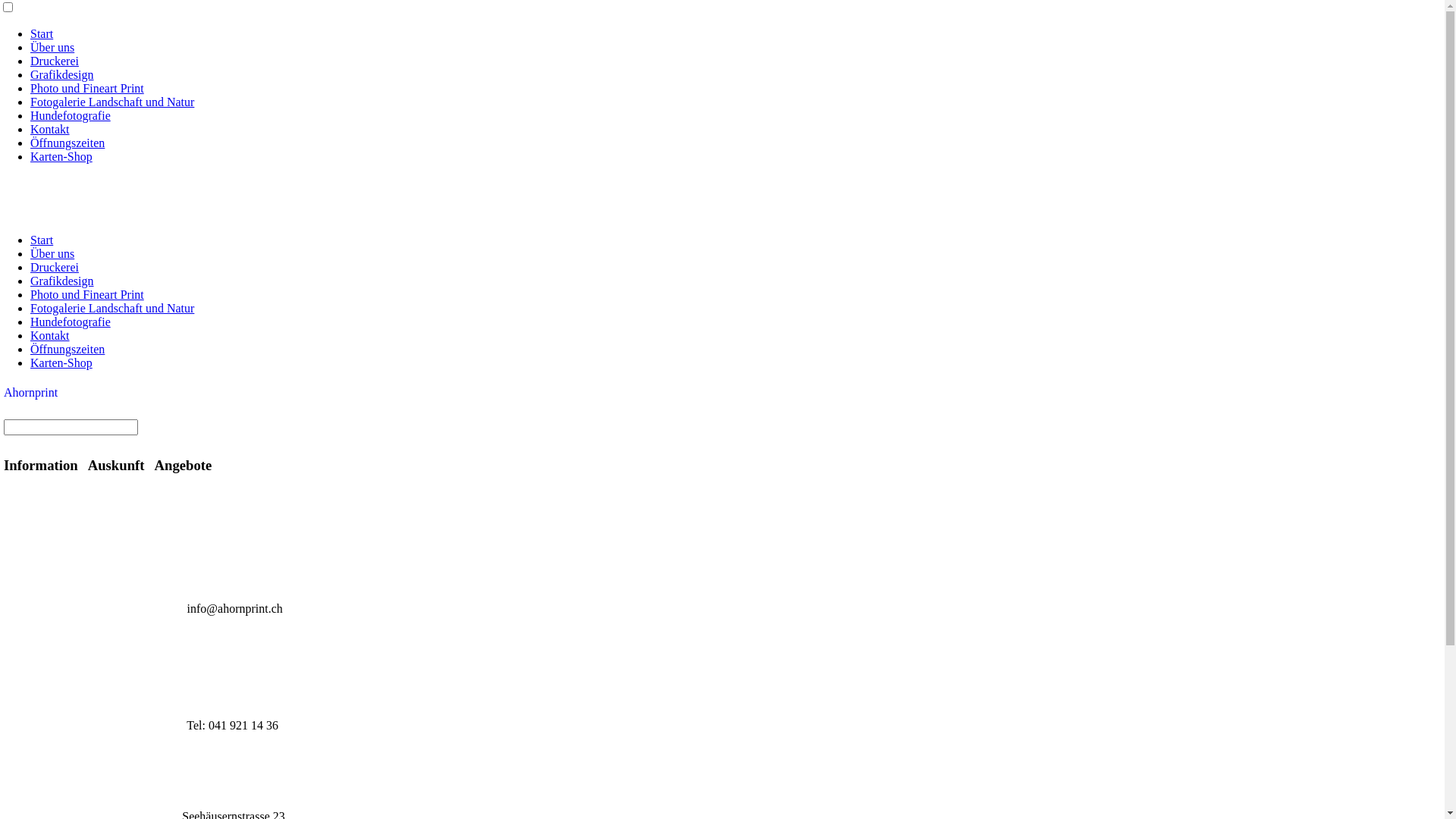  Describe the element at coordinates (50, 128) in the screenshot. I see `'Kontakt'` at that location.